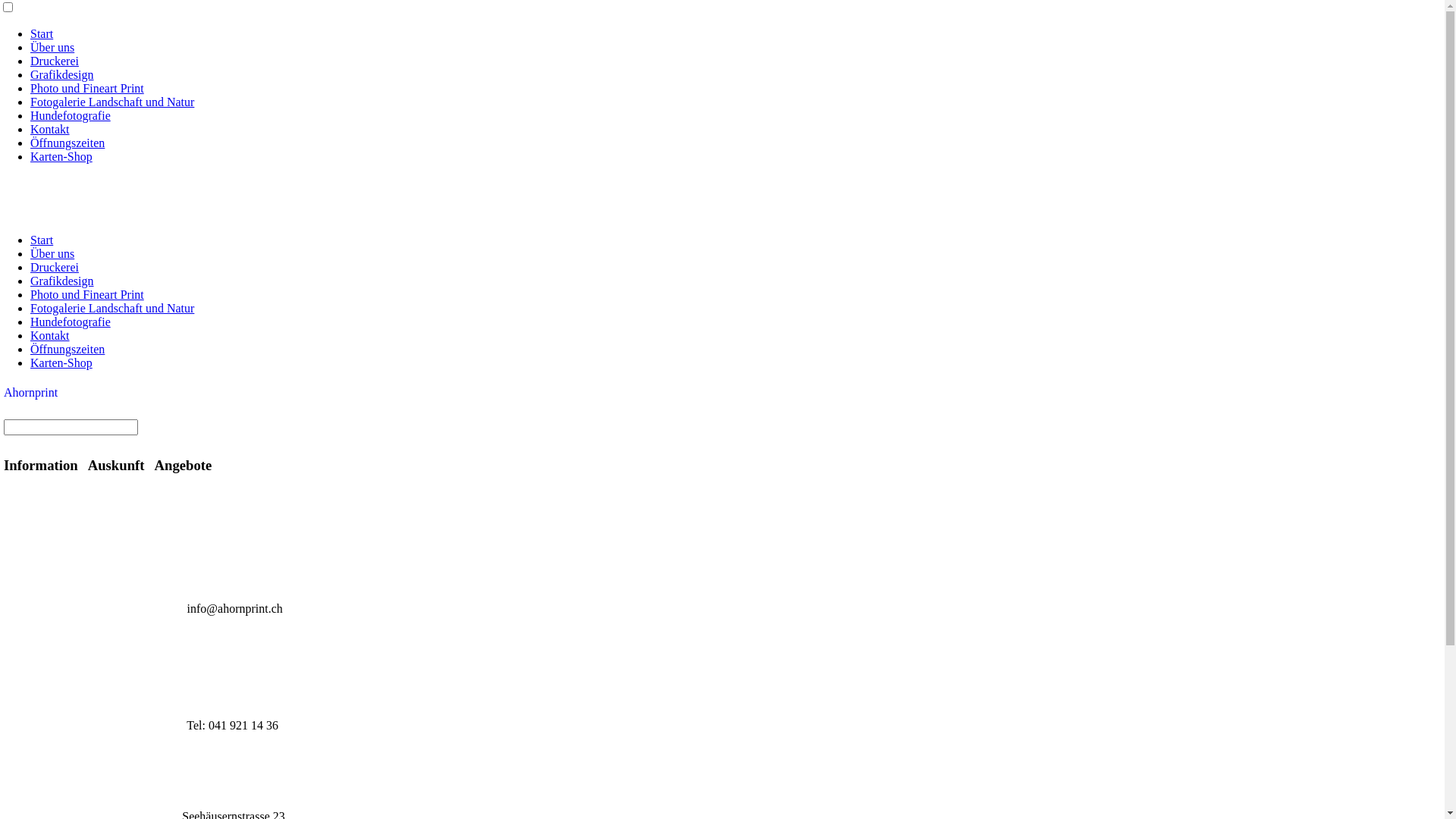  Describe the element at coordinates (50, 128) in the screenshot. I see `'Kontakt'` at that location.